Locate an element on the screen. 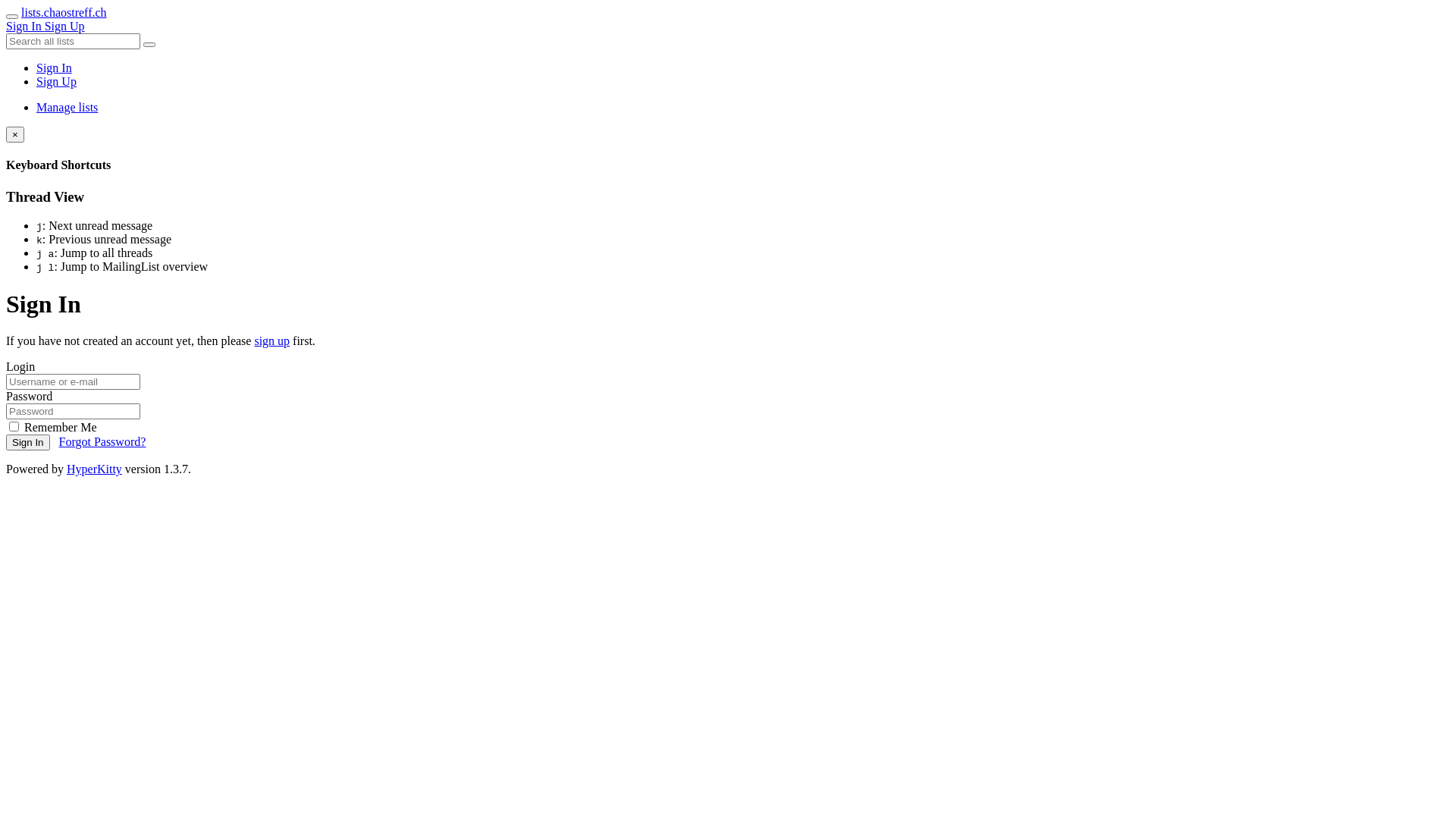  'Sign Up' is located at coordinates (56, 81).